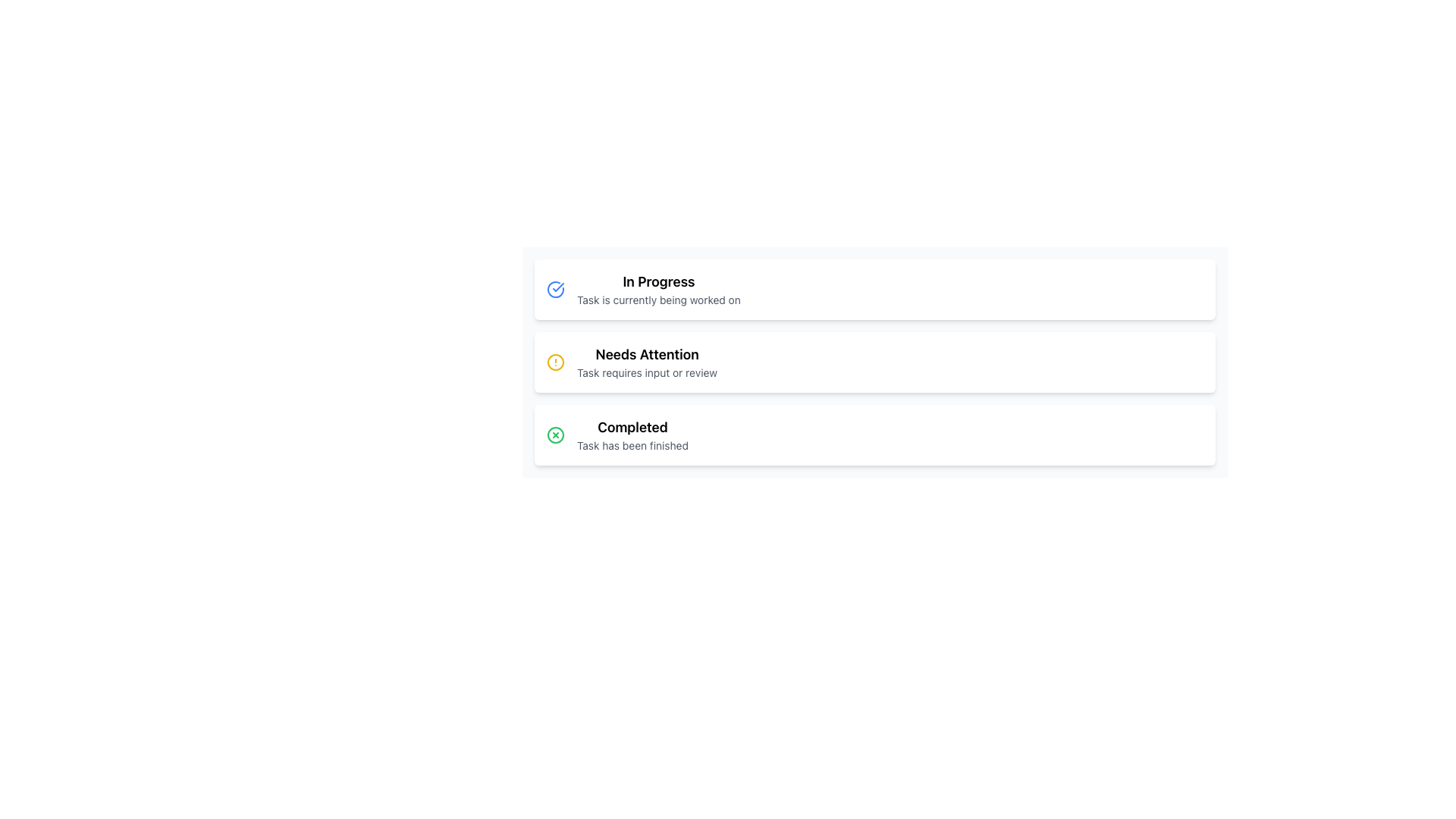  I want to click on the second Notification Item in the vertical task list, so click(874, 362).